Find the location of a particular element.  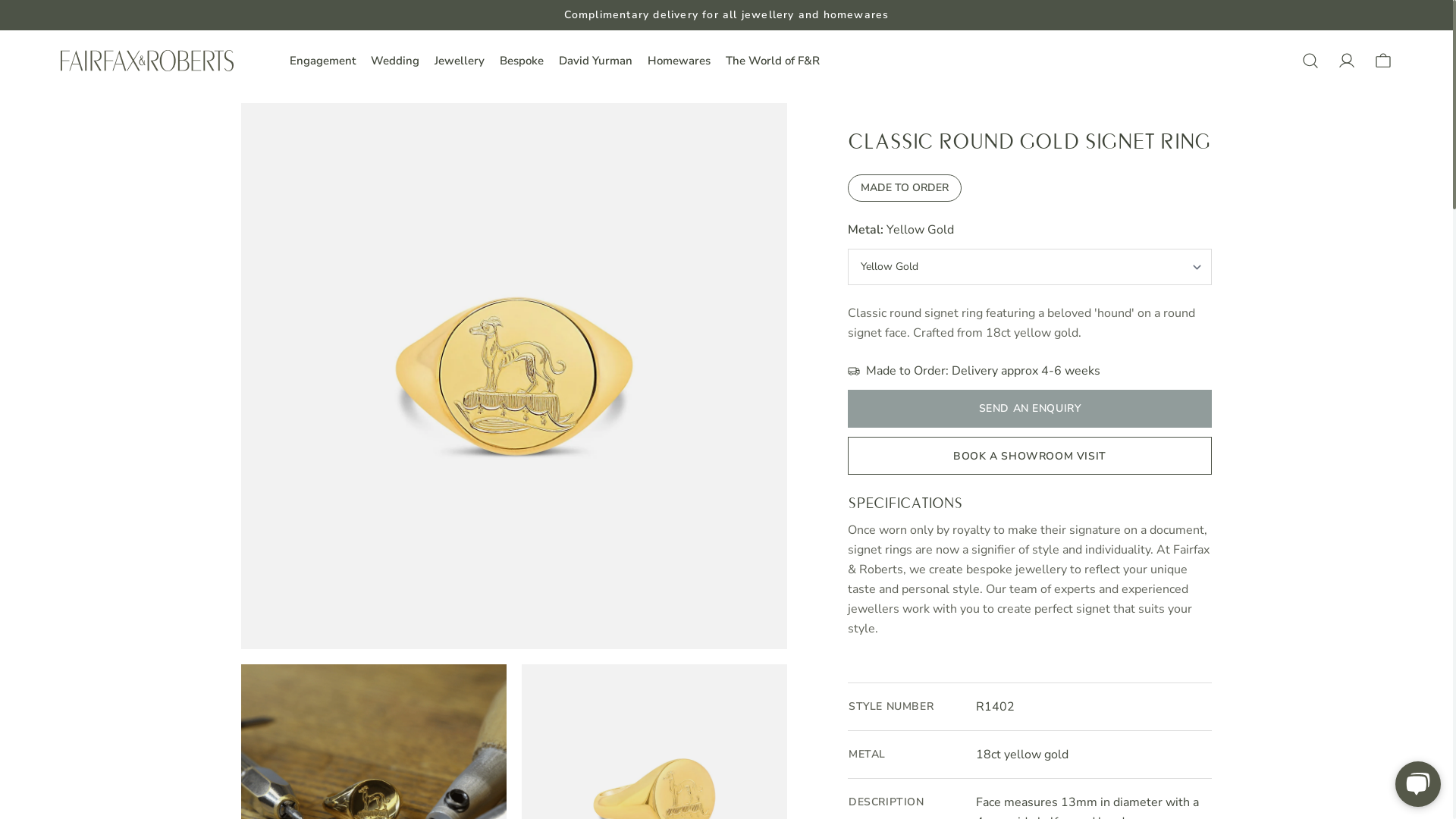

'Engagement' is located at coordinates (322, 60).